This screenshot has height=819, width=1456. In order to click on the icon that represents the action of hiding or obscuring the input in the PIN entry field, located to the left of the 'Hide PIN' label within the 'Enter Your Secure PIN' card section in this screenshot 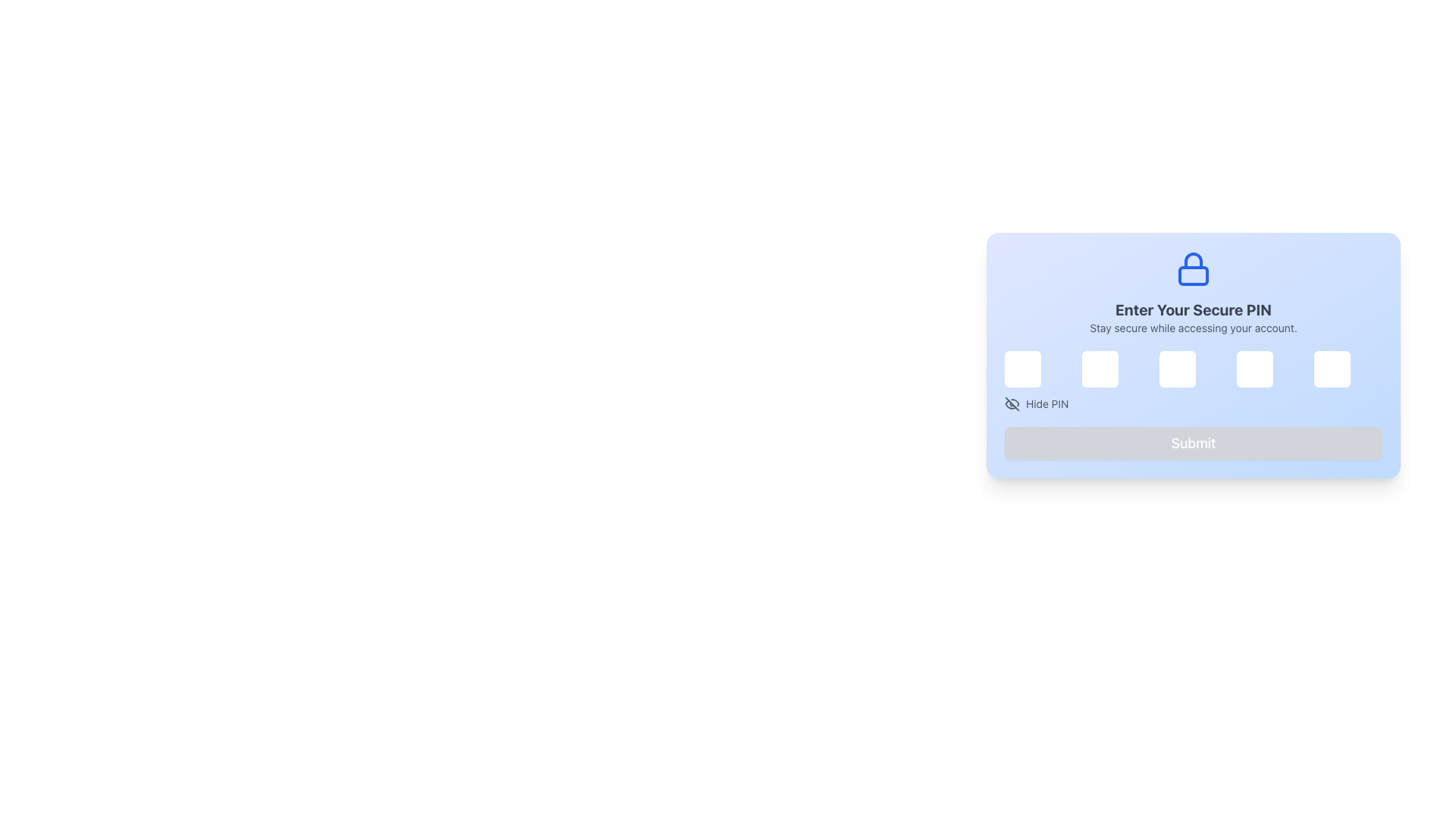, I will do `click(1012, 403)`.